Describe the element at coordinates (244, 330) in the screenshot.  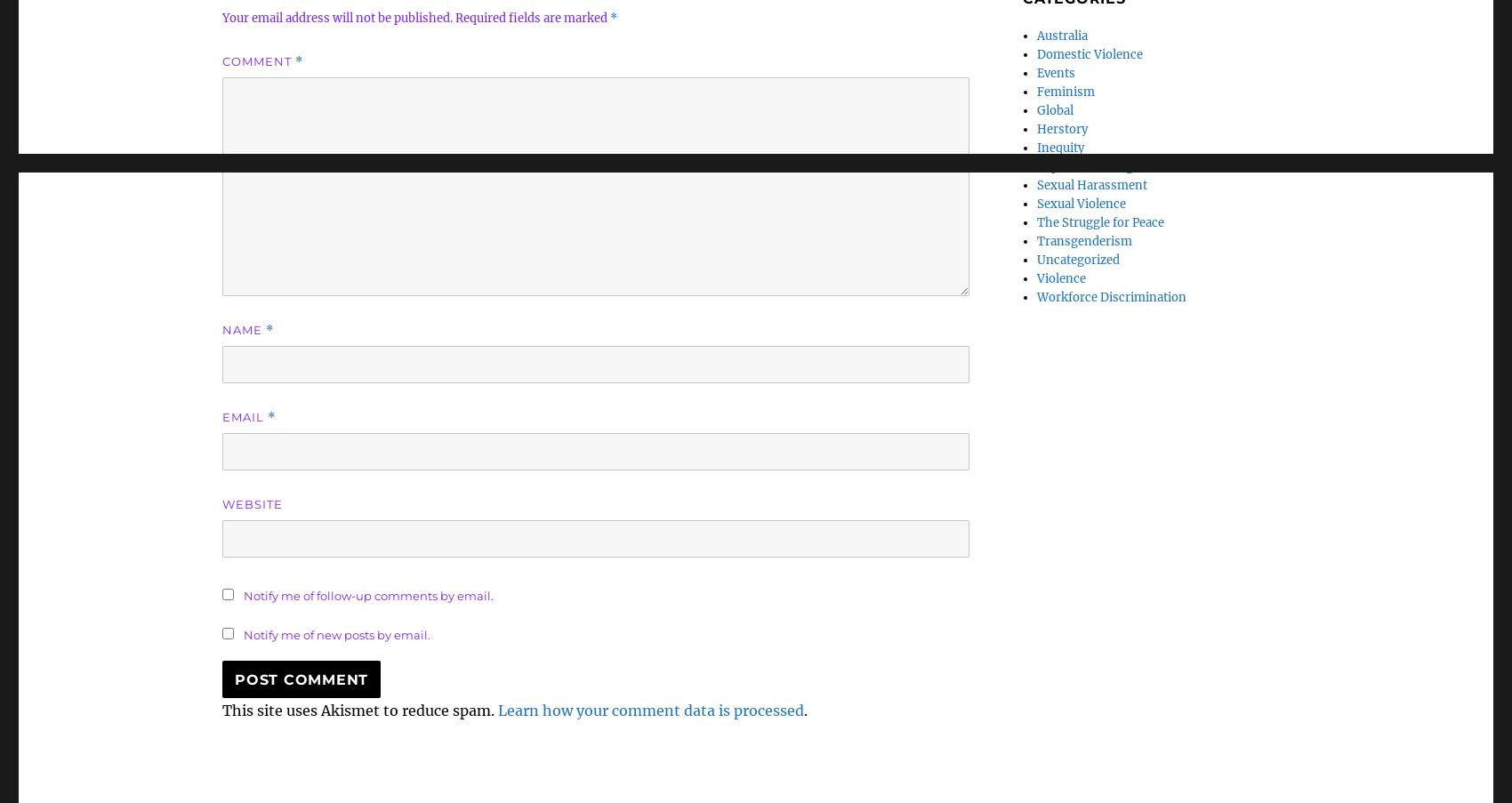
I see `'Name'` at that location.